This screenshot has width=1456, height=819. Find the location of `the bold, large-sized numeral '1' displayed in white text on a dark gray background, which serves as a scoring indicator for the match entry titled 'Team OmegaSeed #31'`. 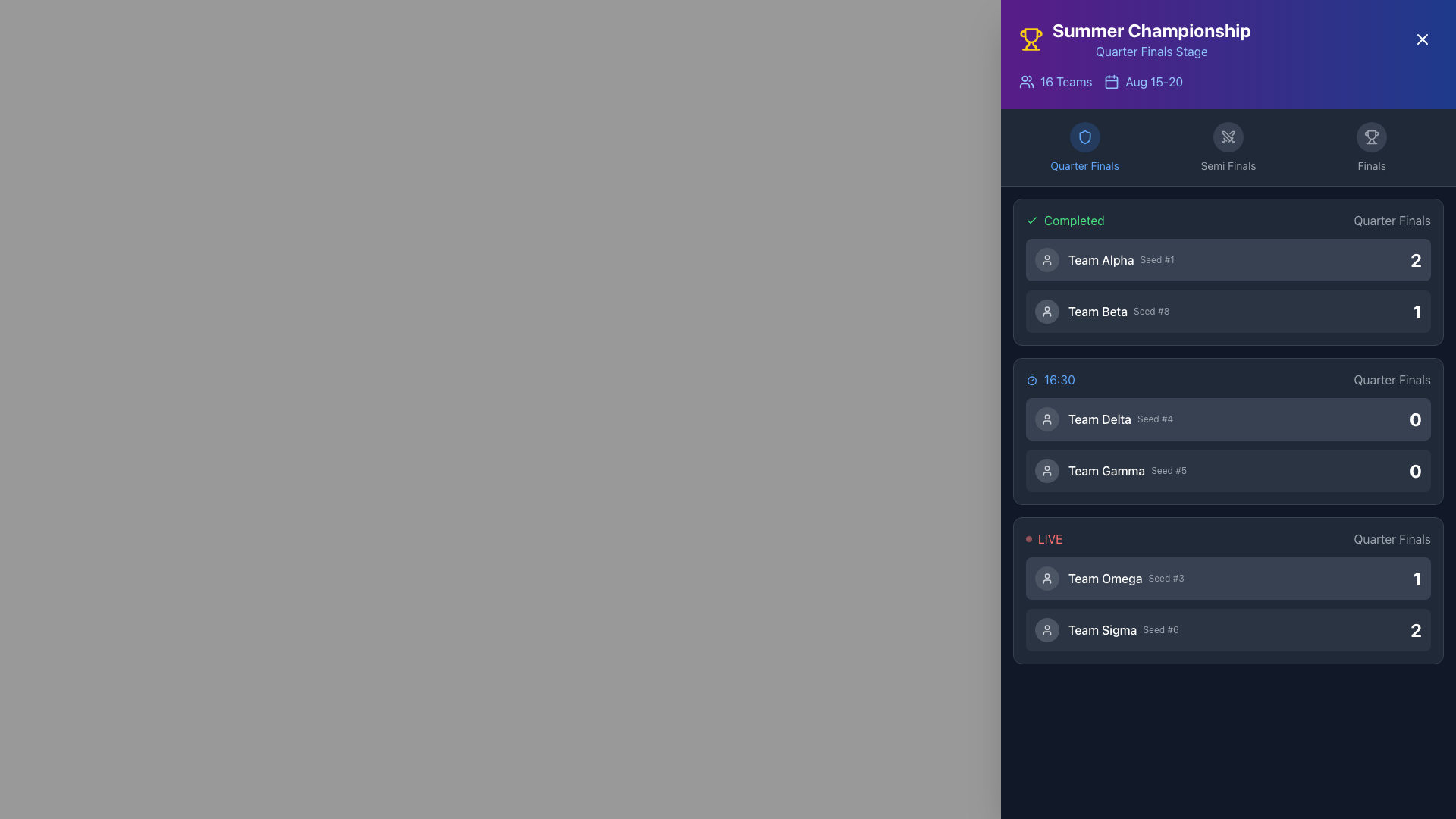

the bold, large-sized numeral '1' displayed in white text on a dark gray background, which serves as a scoring indicator for the match entry titled 'Team OmegaSeed #31' is located at coordinates (1417, 579).